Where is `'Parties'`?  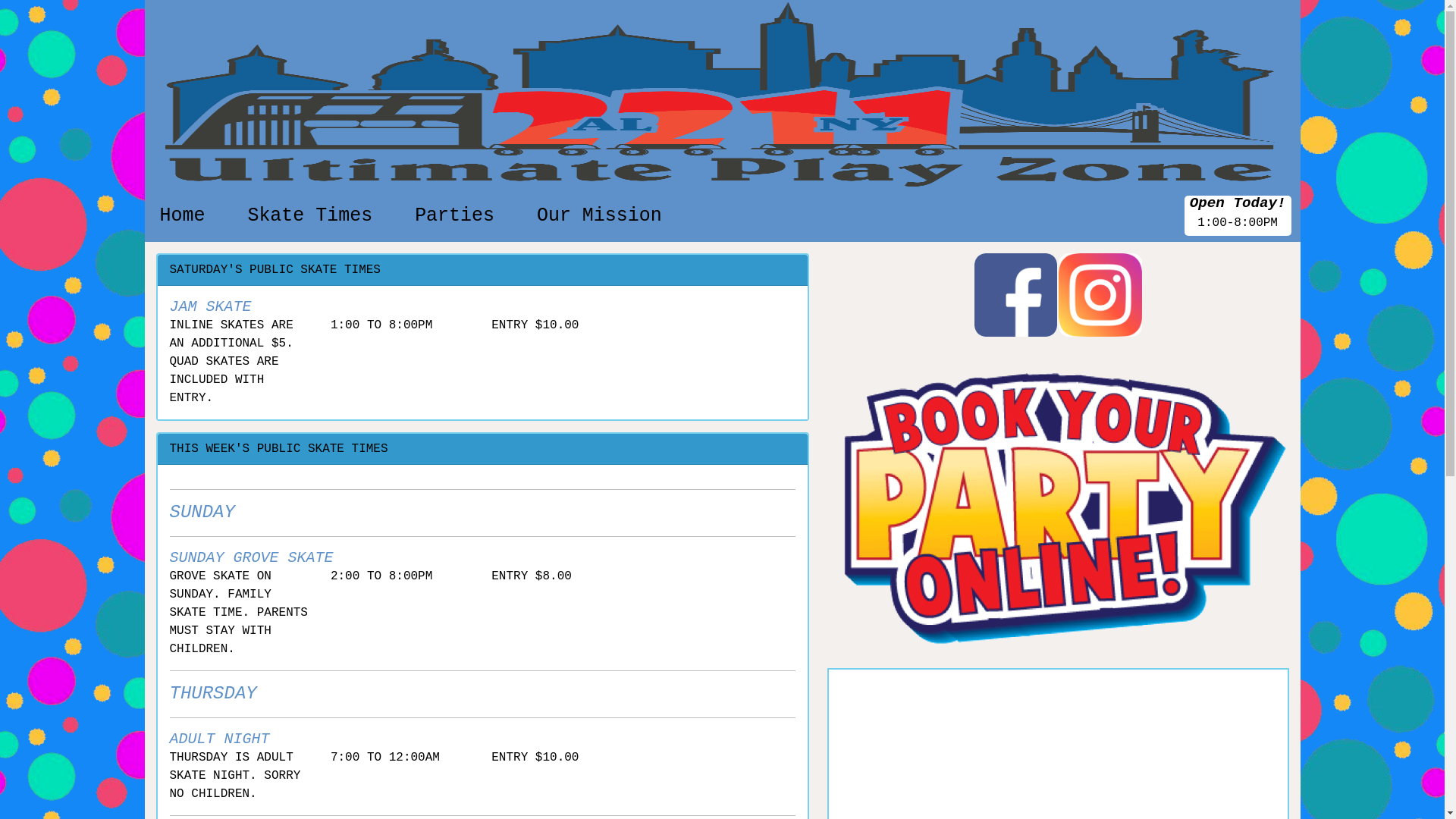
'Parties' is located at coordinates (408, 215).